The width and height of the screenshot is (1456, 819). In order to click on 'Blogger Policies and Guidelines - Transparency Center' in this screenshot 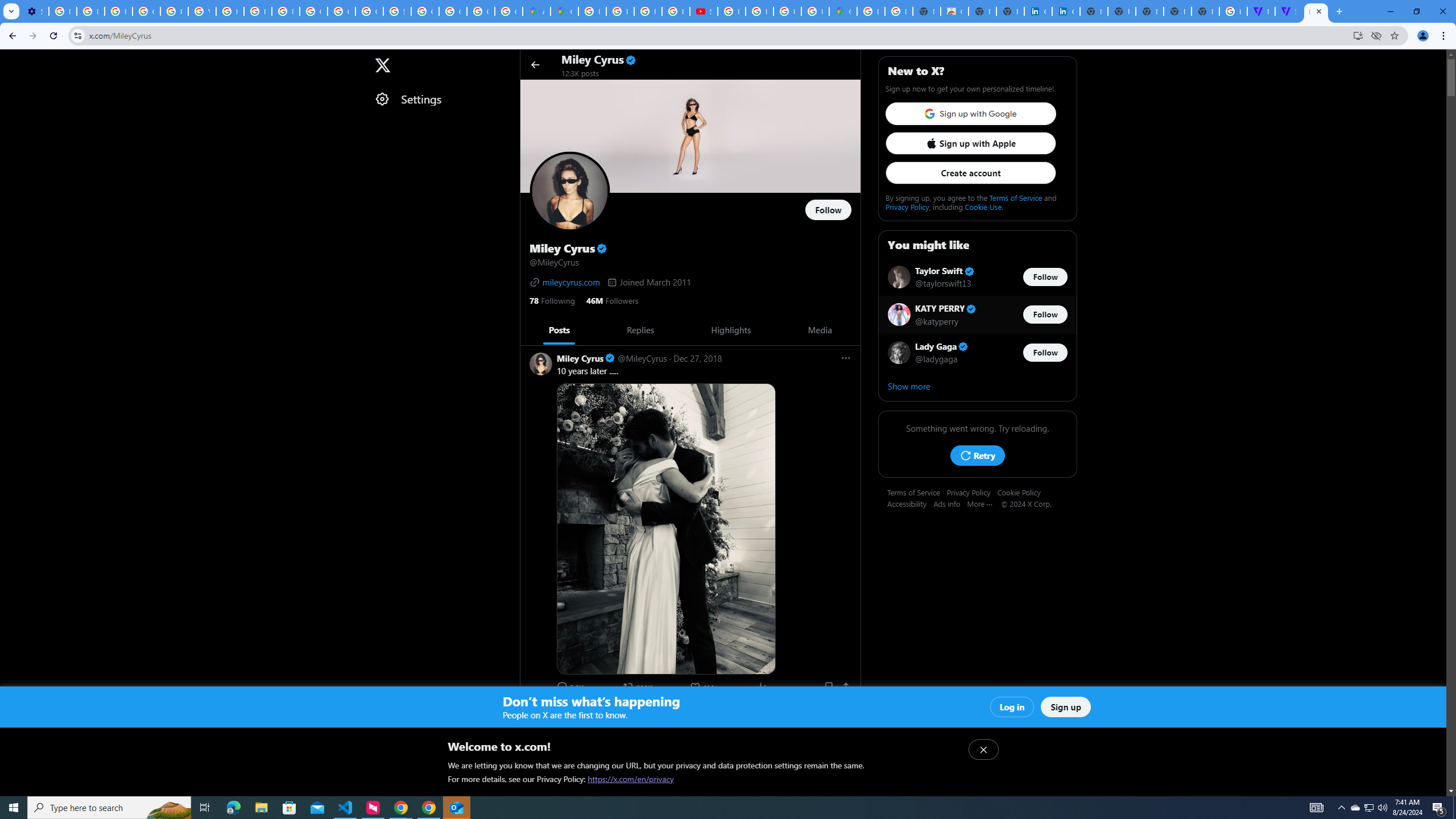, I will do `click(591, 11)`.